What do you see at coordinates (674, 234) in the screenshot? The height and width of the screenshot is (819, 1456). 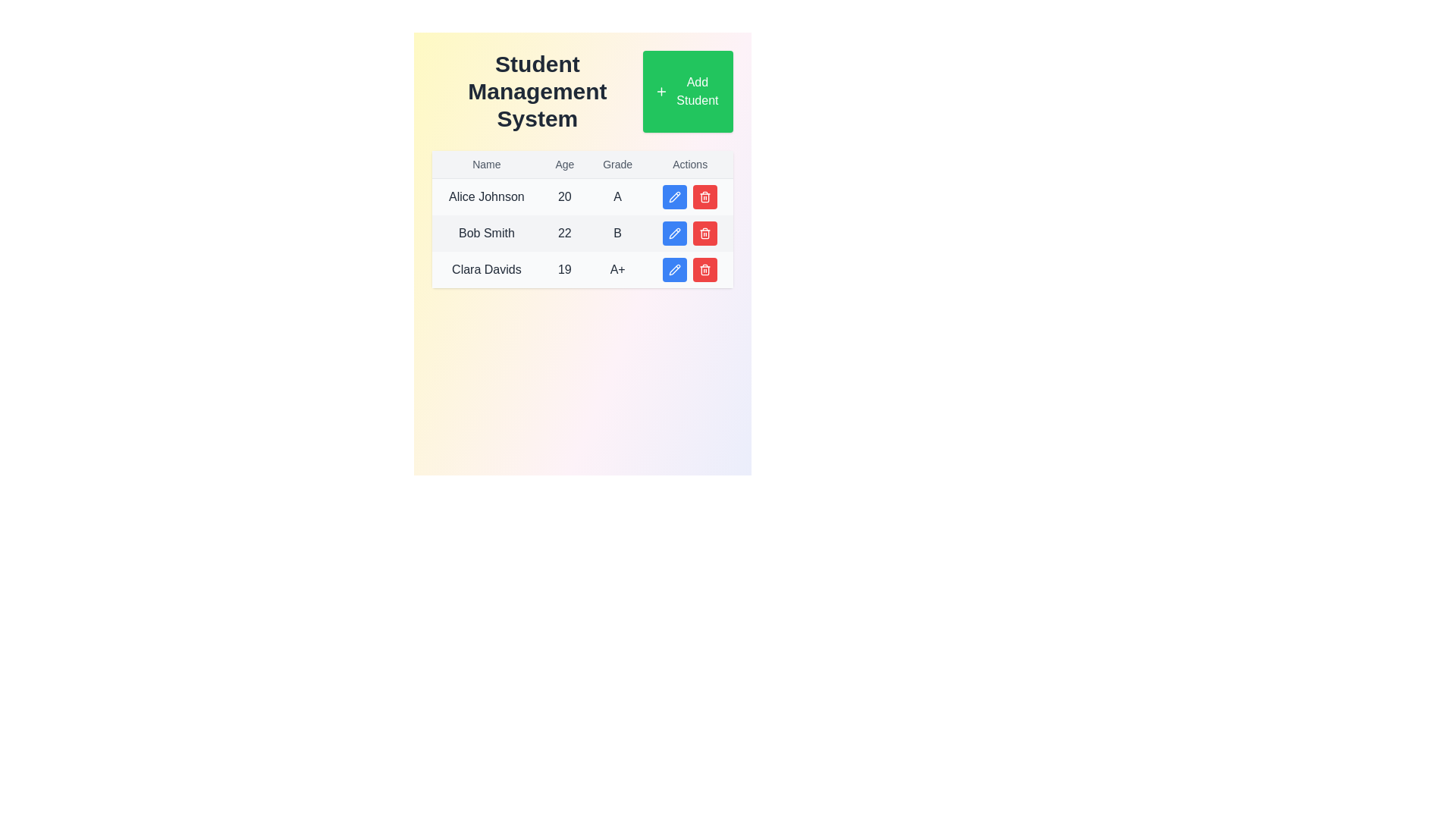 I see `the pencil icon element used for edit actions, located in the second row of the actions column in the student management table, to the right of the grade column` at bounding box center [674, 234].